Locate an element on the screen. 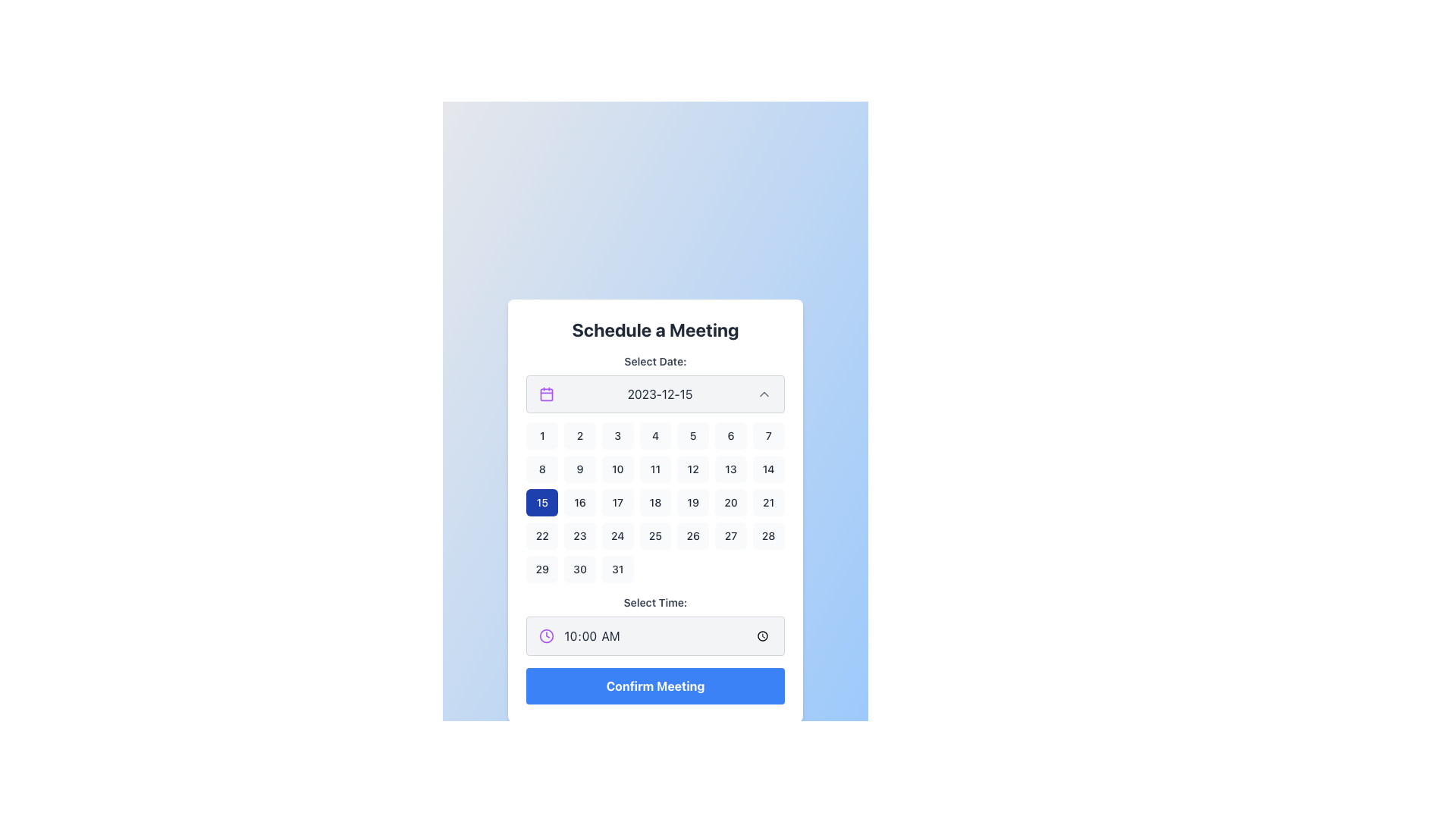 Image resolution: width=1456 pixels, height=819 pixels. the selectable date button '24' on the calendar is located at coordinates (617, 535).